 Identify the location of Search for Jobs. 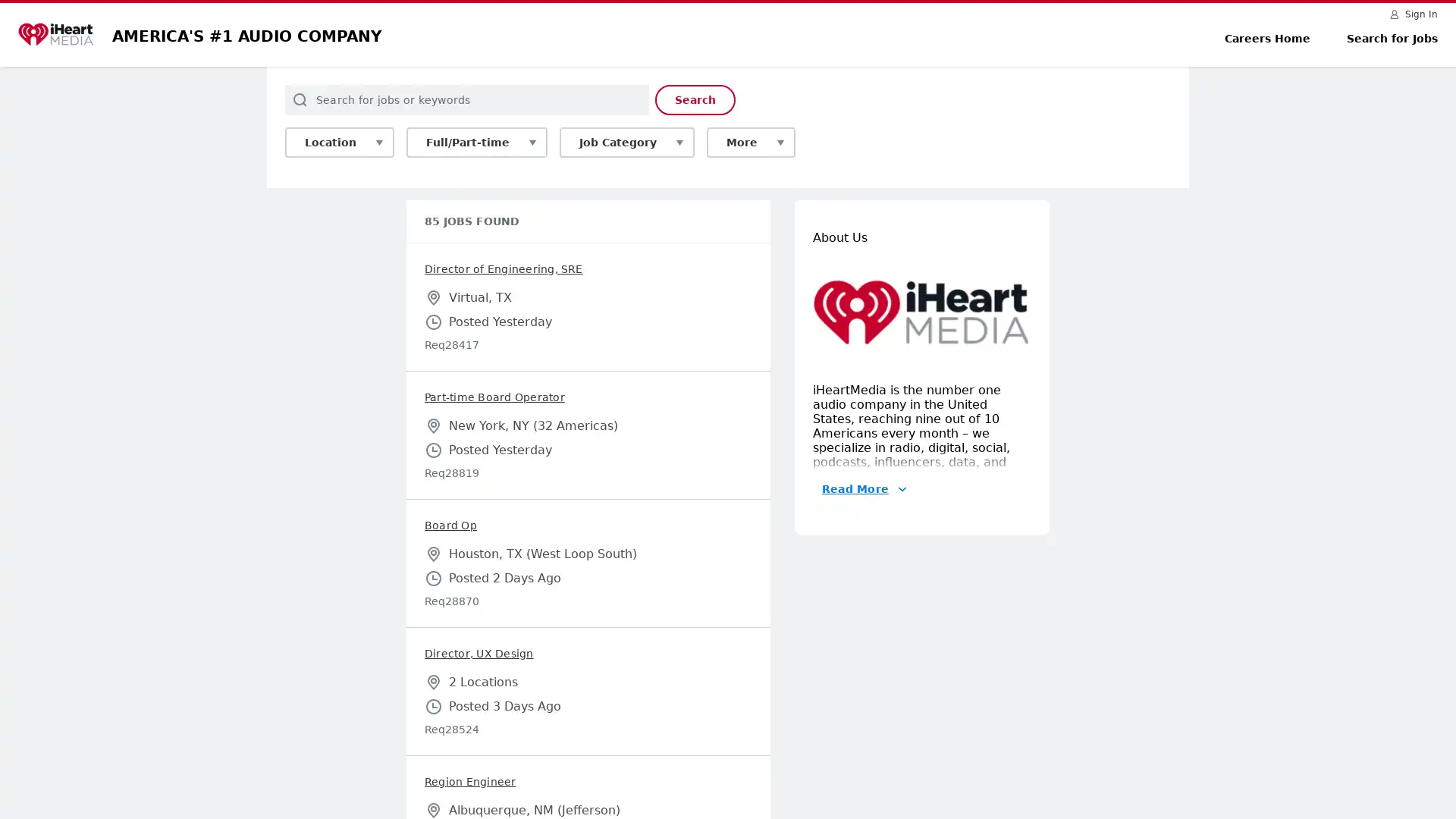
(1399, 38).